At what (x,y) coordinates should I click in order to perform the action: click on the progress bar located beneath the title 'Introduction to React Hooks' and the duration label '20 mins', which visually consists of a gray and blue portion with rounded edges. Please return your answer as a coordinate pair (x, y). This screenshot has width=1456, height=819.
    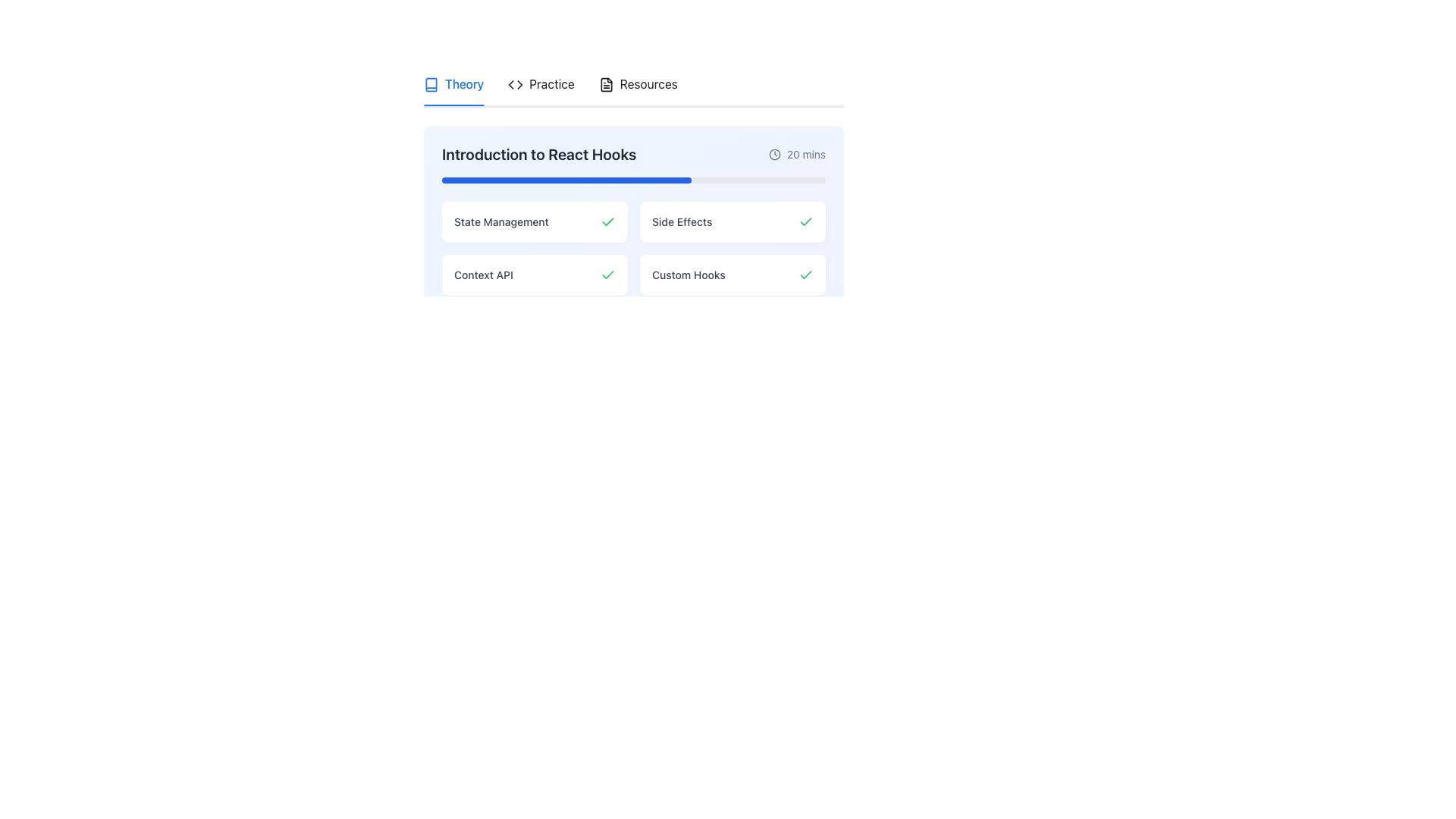
    Looking at the image, I should click on (633, 180).